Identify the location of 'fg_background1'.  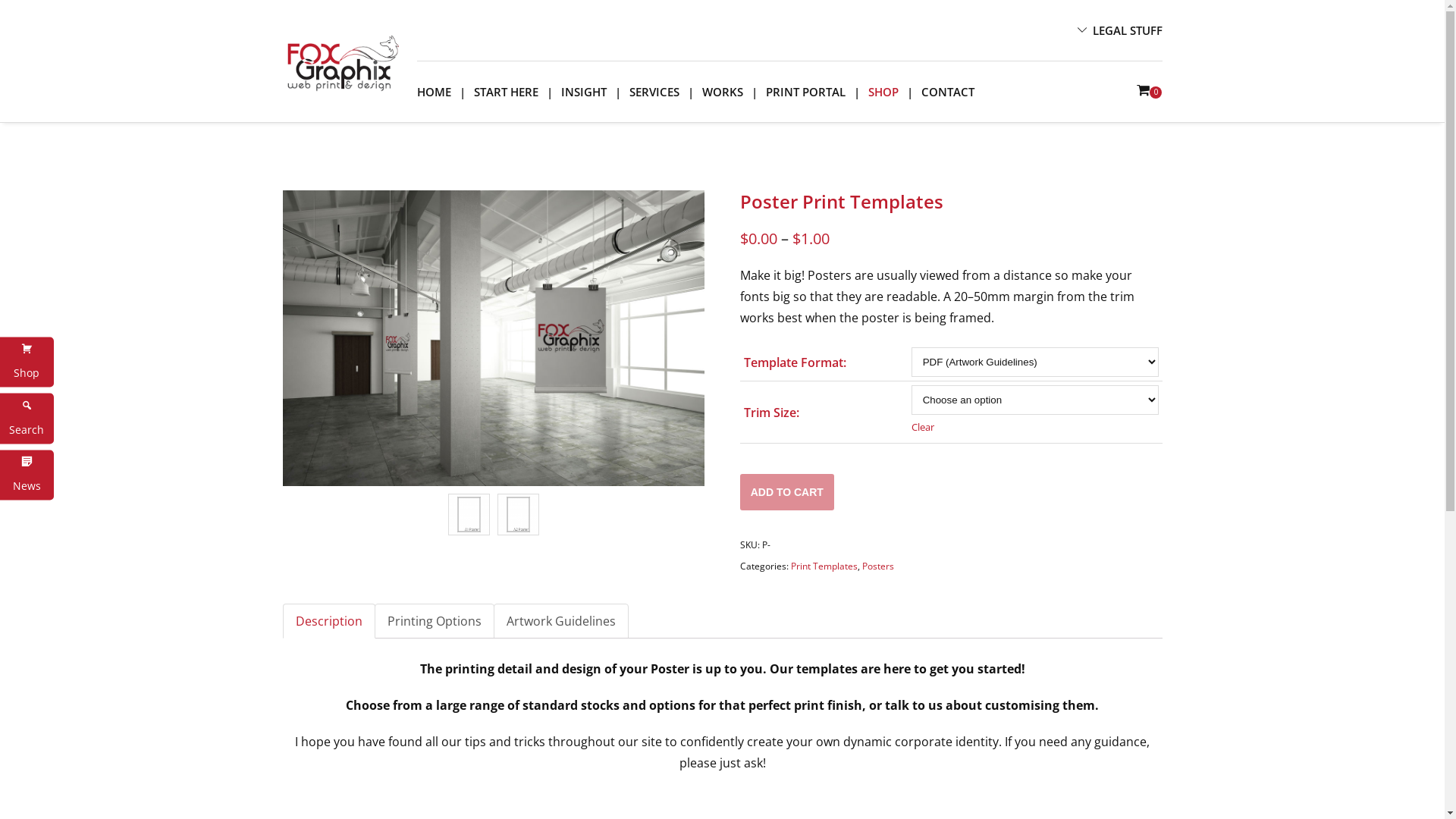
(493, 337).